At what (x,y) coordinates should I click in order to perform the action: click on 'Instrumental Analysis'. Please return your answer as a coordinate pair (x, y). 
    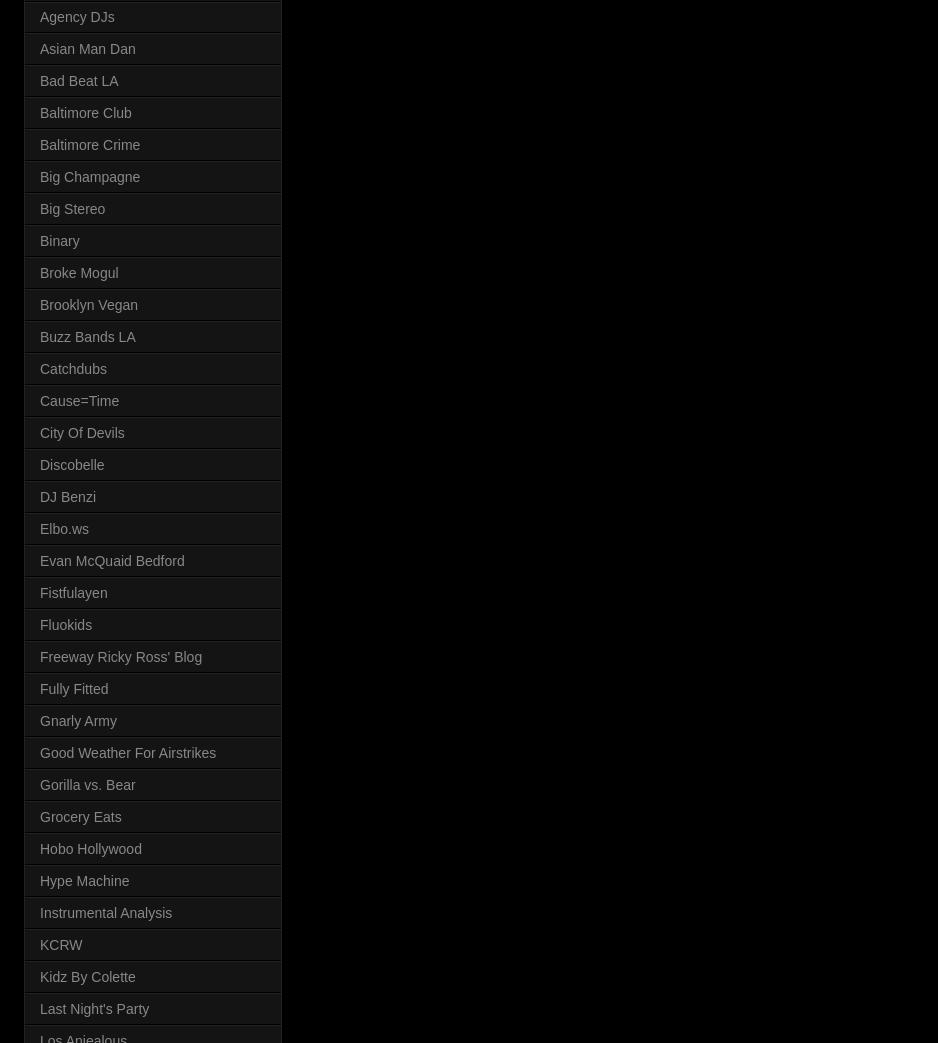
    Looking at the image, I should click on (104, 912).